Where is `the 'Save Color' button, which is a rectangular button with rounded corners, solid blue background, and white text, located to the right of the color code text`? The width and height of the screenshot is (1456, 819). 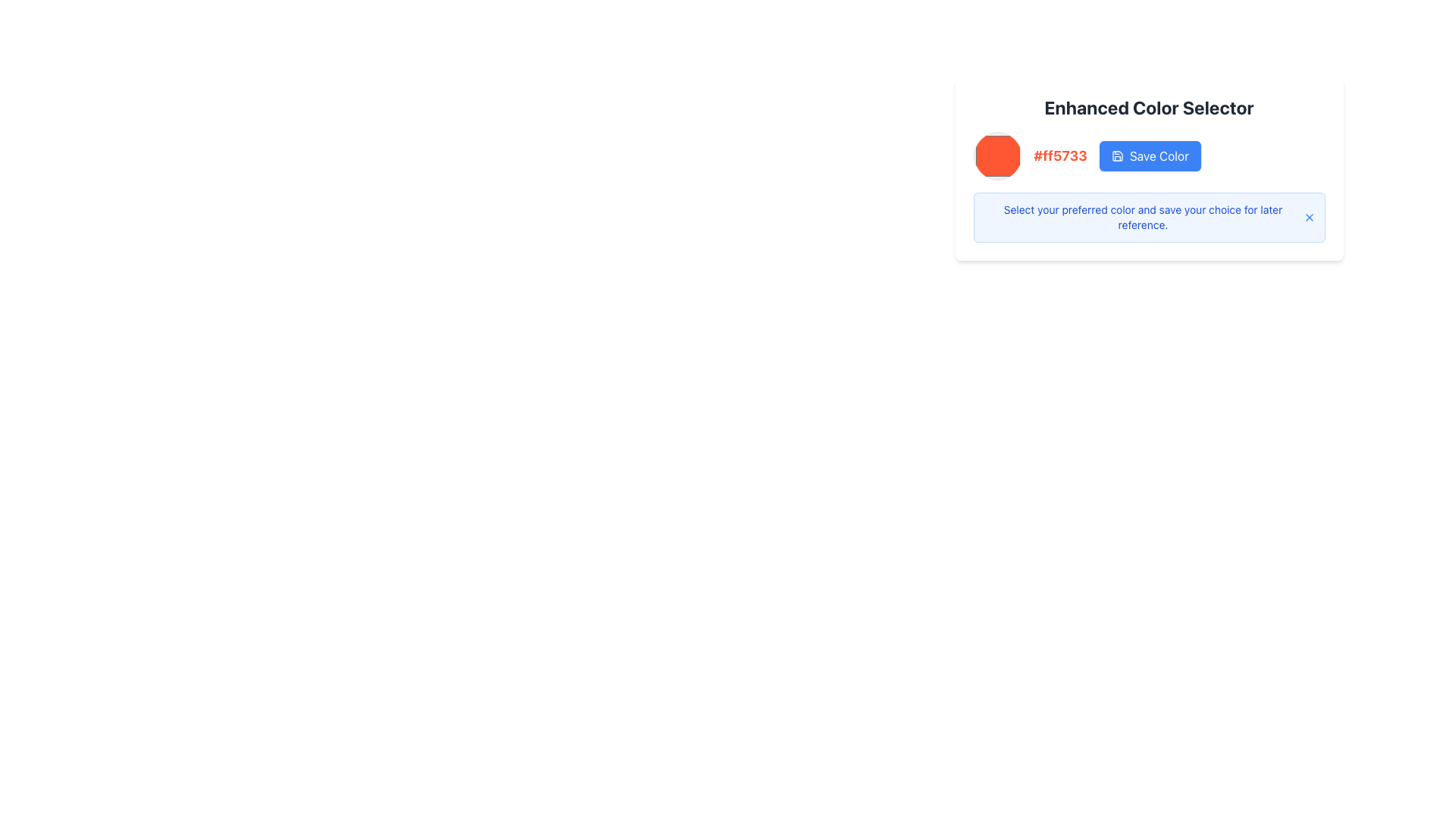 the 'Save Color' button, which is a rectangular button with rounded corners, solid blue background, and white text, located to the right of the color code text is located at coordinates (1150, 155).